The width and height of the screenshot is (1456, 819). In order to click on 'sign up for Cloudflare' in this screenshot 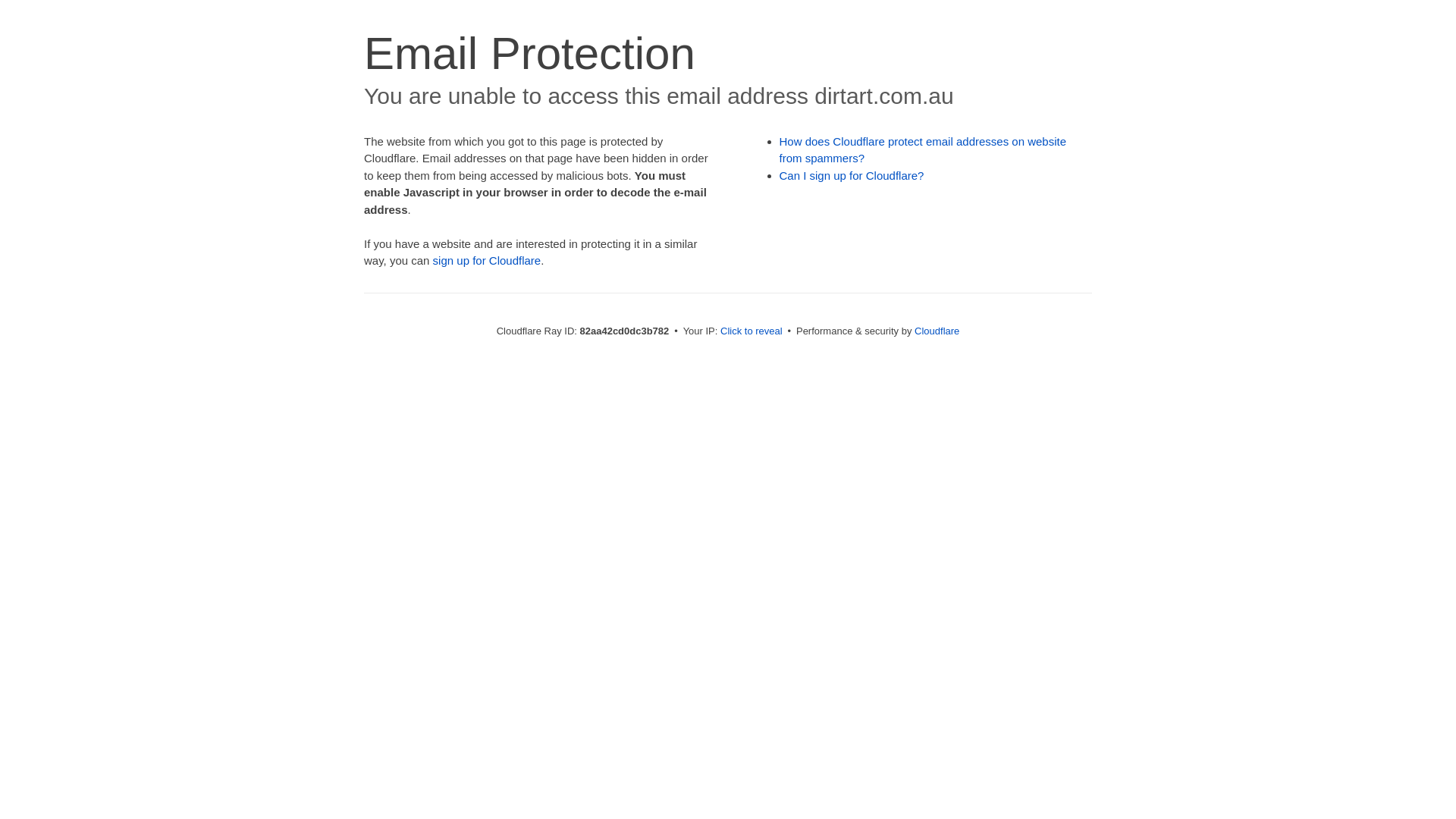, I will do `click(487, 259)`.